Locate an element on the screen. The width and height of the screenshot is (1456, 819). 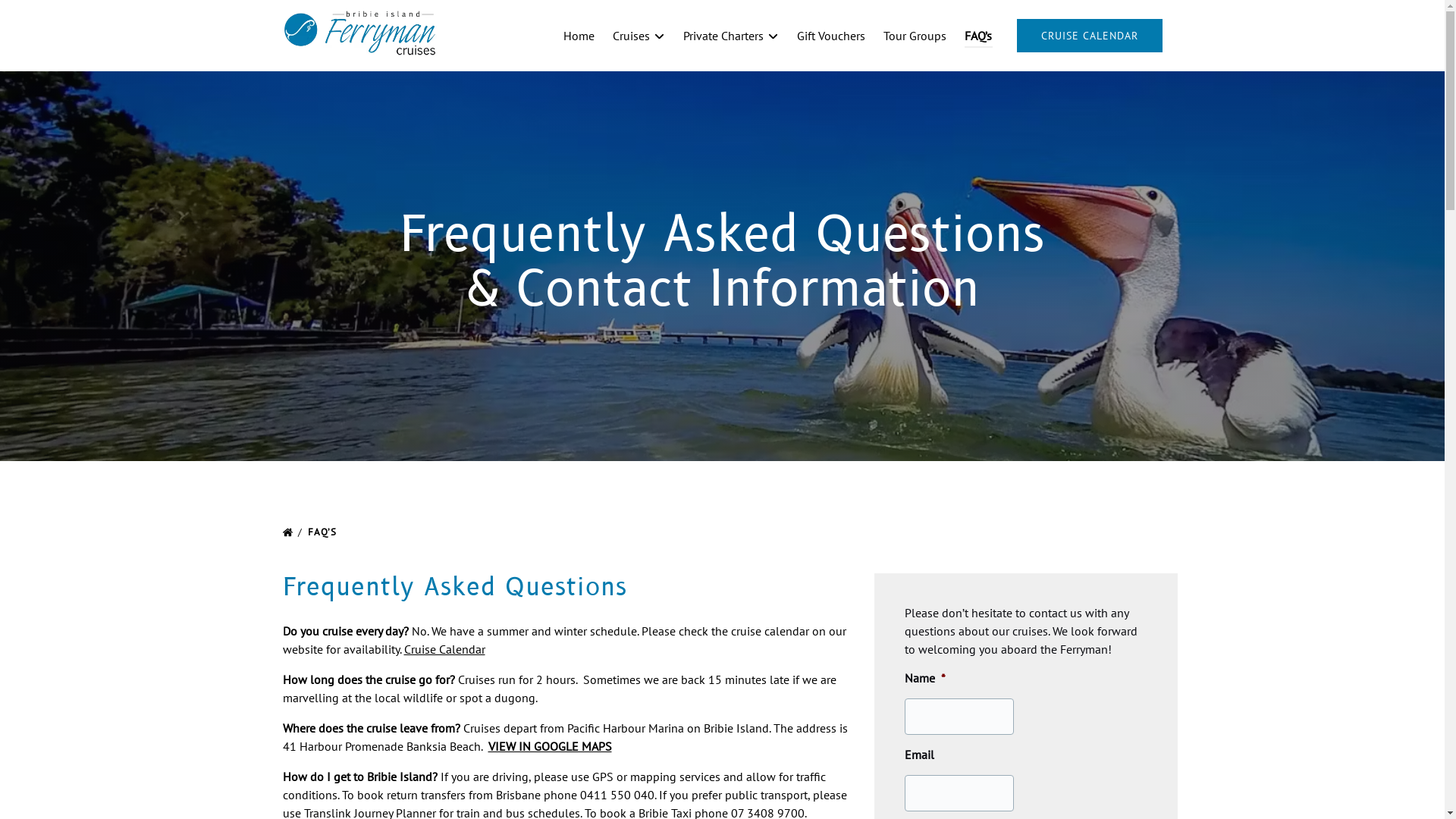
'Private Charters' is located at coordinates (673, 34).